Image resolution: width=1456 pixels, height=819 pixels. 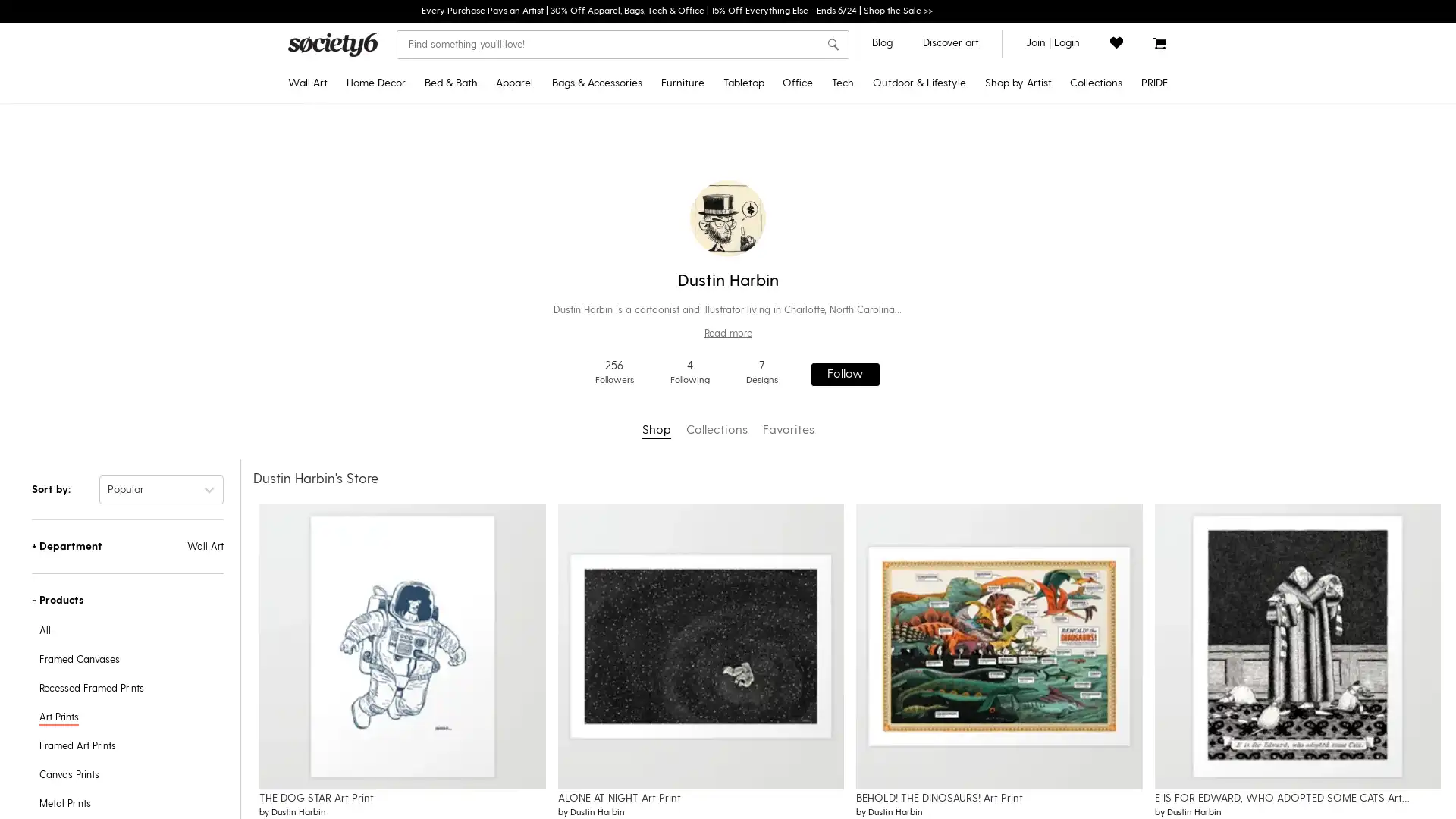 What do you see at coordinates (771, 121) in the screenshot?
I see `Coffee Mugs` at bounding box center [771, 121].